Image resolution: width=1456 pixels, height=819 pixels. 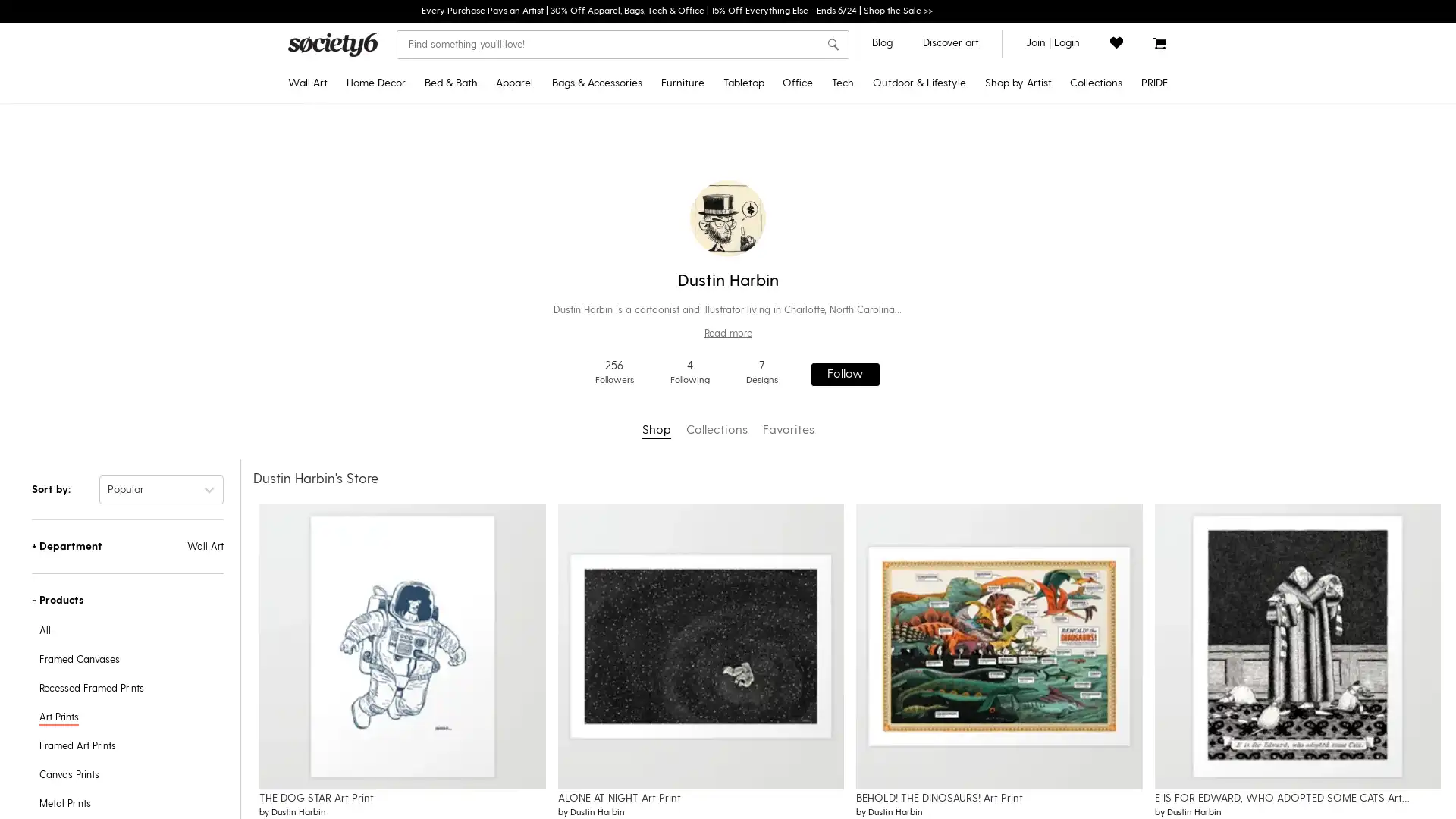 What do you see at coordinates (771, 121) in the screenshot?
I see `Coffee Mugs` at bounding box center [771, 121].